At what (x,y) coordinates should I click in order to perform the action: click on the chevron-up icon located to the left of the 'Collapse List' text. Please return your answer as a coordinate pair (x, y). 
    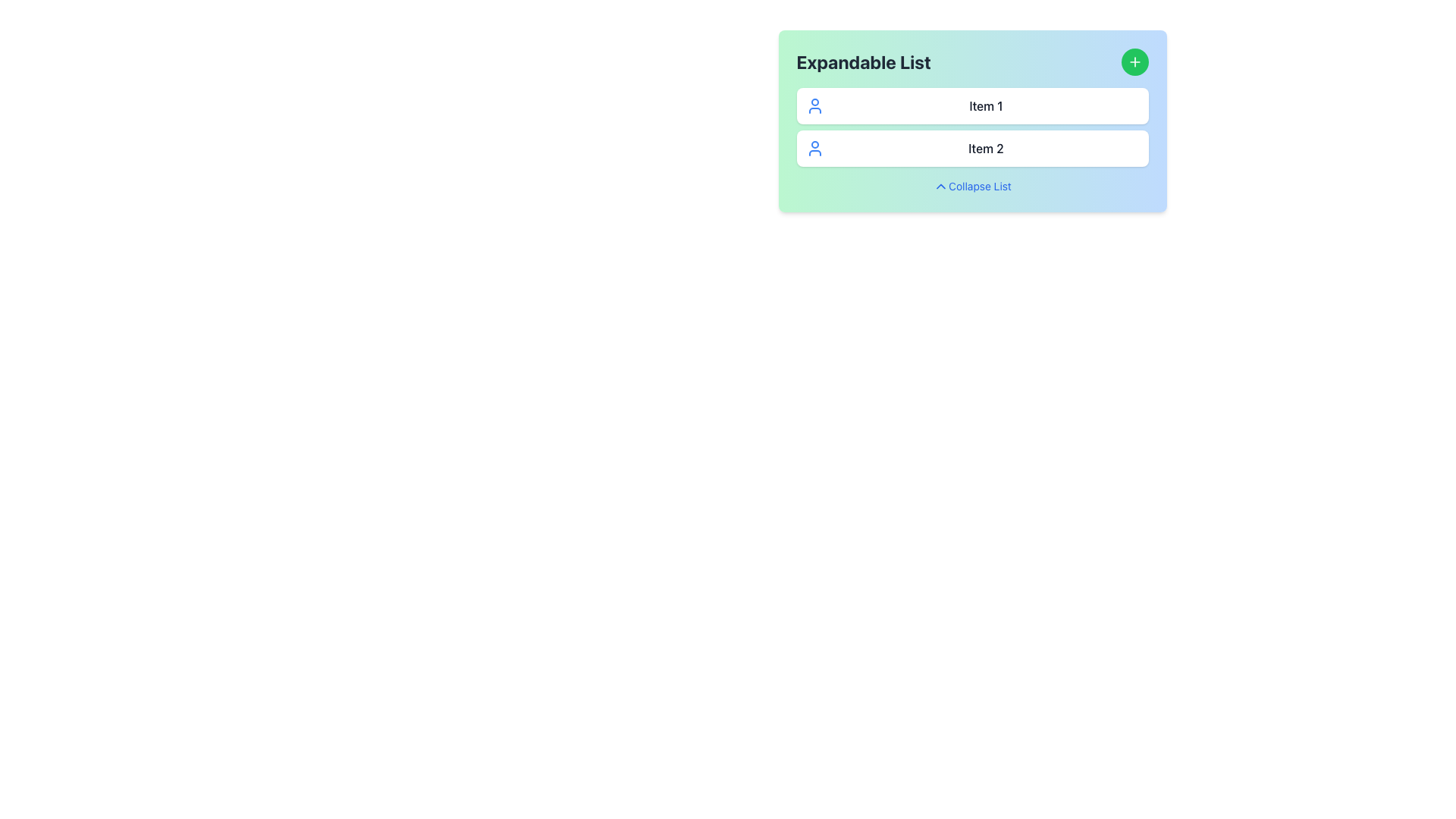
    Looking at the image, I should click on (940, 186).